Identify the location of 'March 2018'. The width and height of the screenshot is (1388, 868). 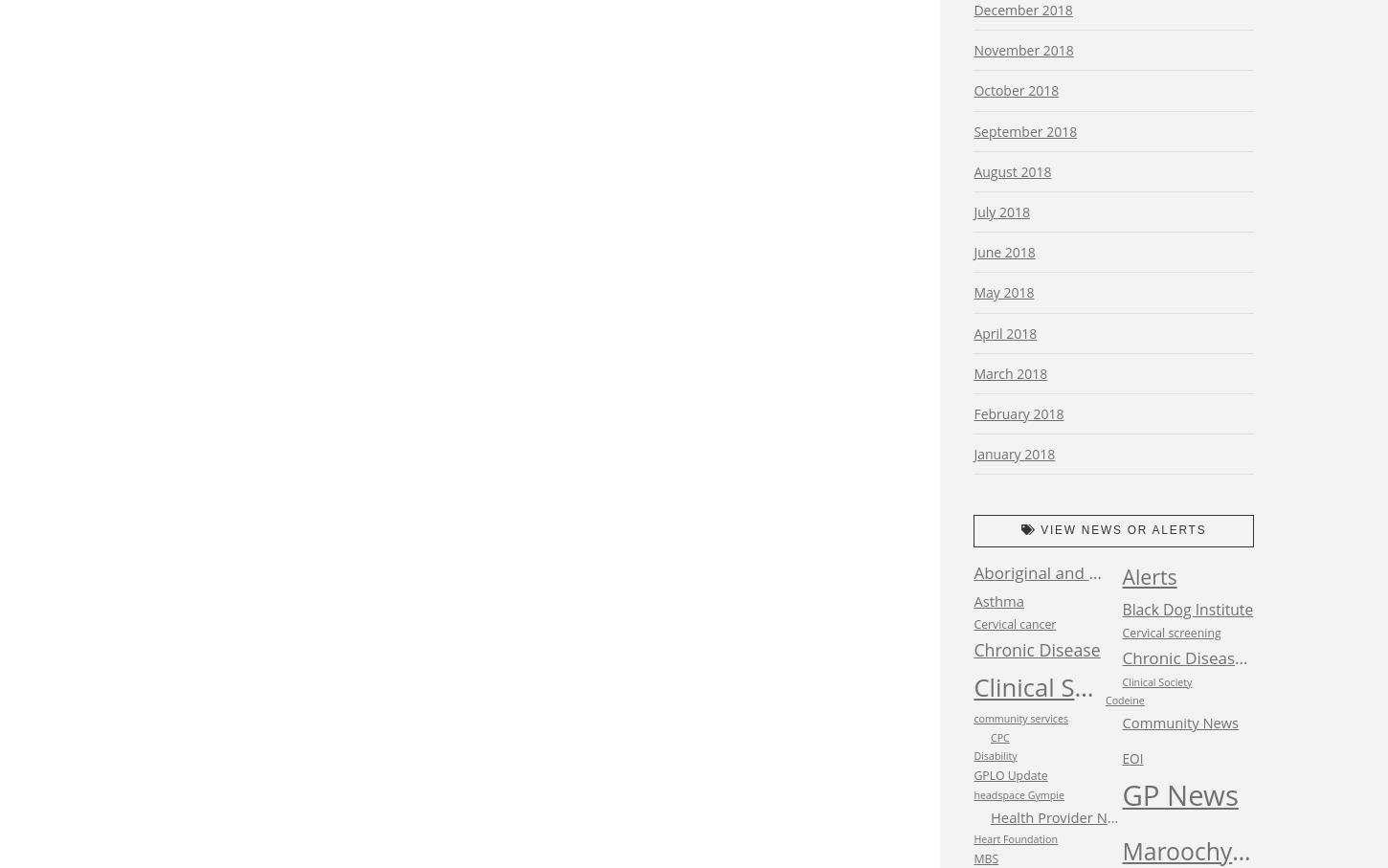
(1010, 372).